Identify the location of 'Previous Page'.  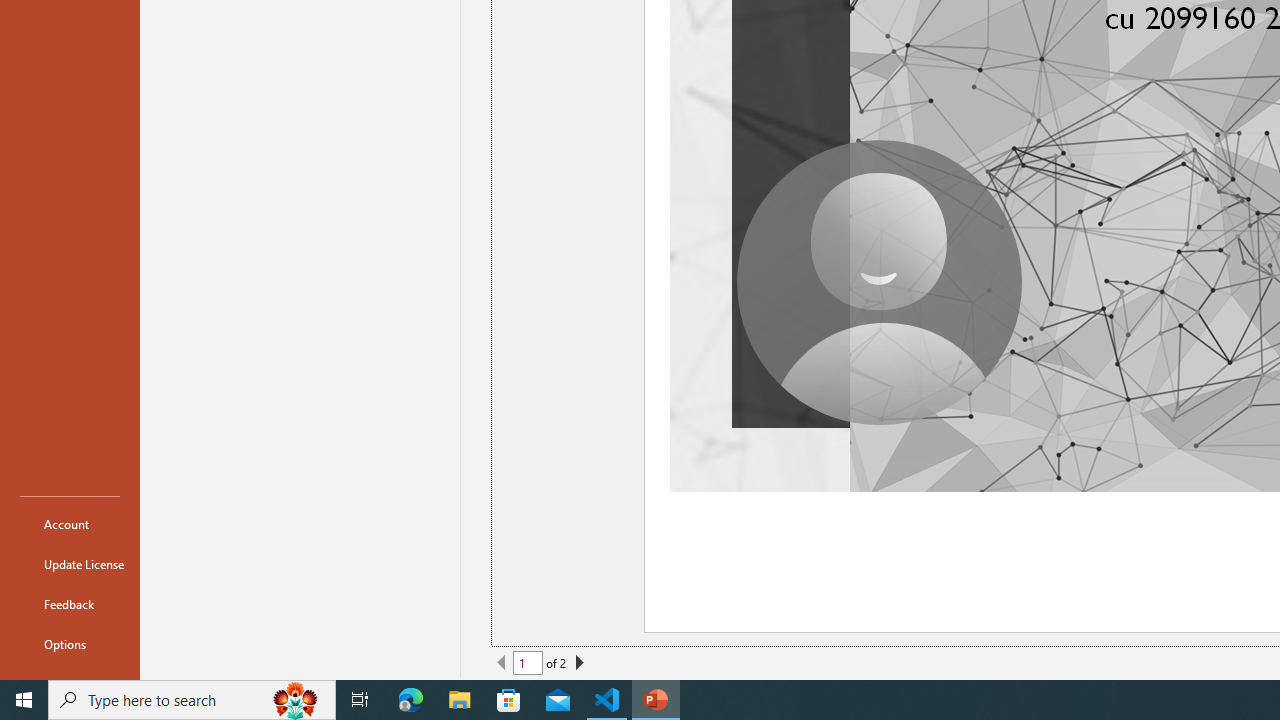
(502, 663).